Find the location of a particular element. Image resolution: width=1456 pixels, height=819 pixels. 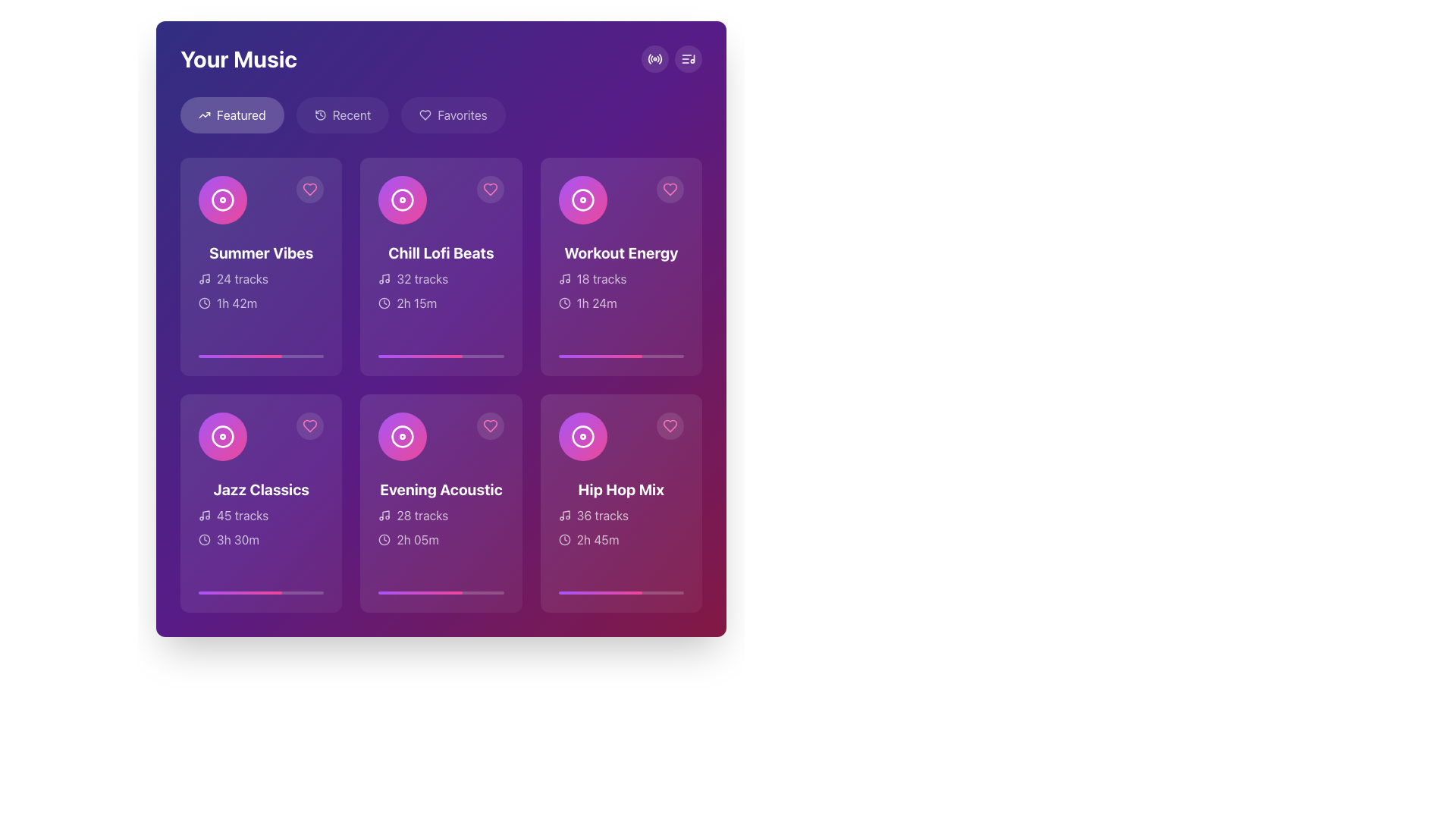

the label displaying '28 tracks' located beneath the title of the 'Evening Acoustic' card in the second row, second column of the grid layout is located at coordinates (422, 514).